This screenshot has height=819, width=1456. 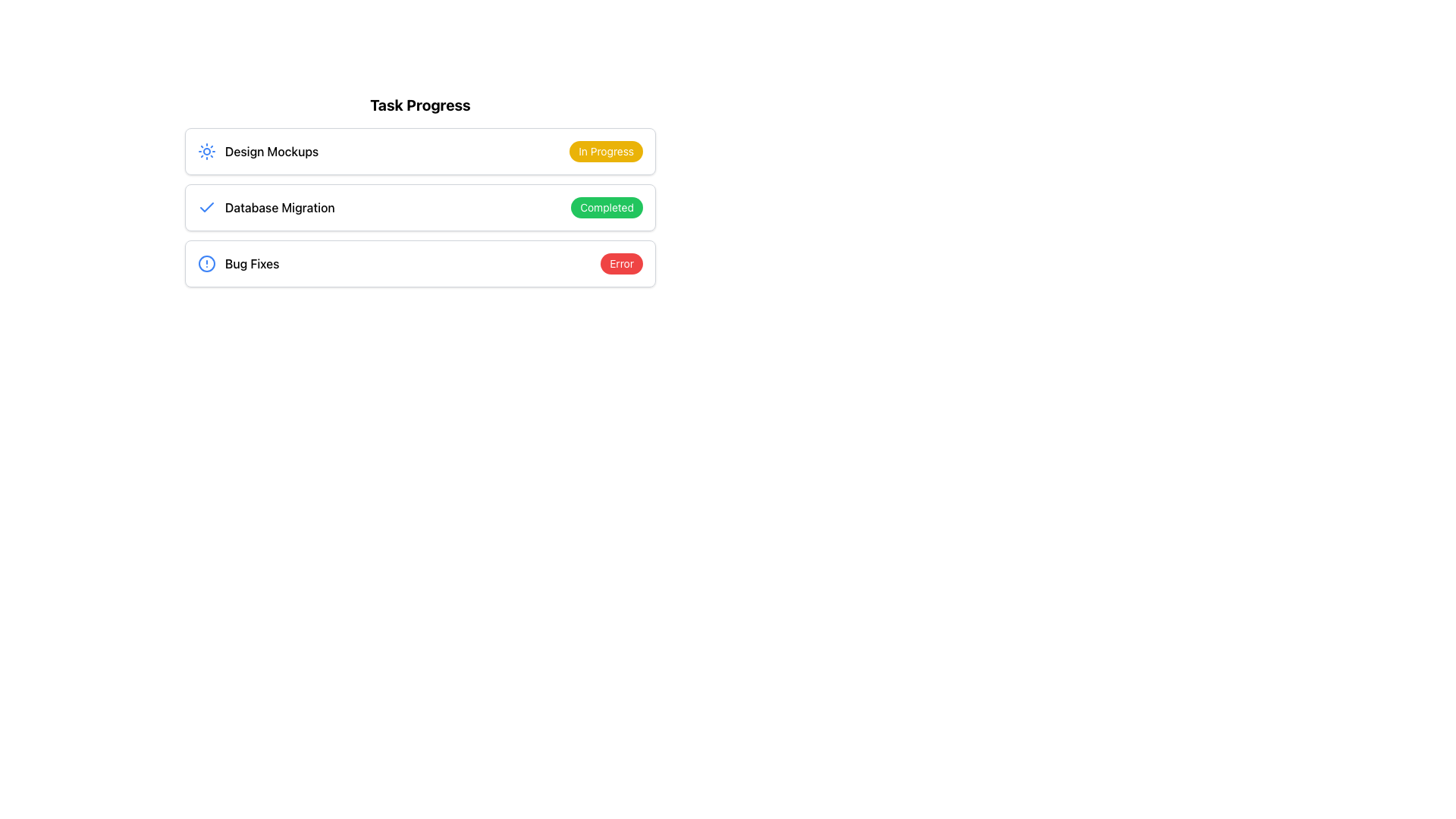 What do you see at coordinates (252, 262) in the screenshot?
I see `the 'Bug Fixes' text label, which is the third entry in the vertical task list, located below 'Design Mockups' and 'Database Migration'` at bounding box center [252, 262].